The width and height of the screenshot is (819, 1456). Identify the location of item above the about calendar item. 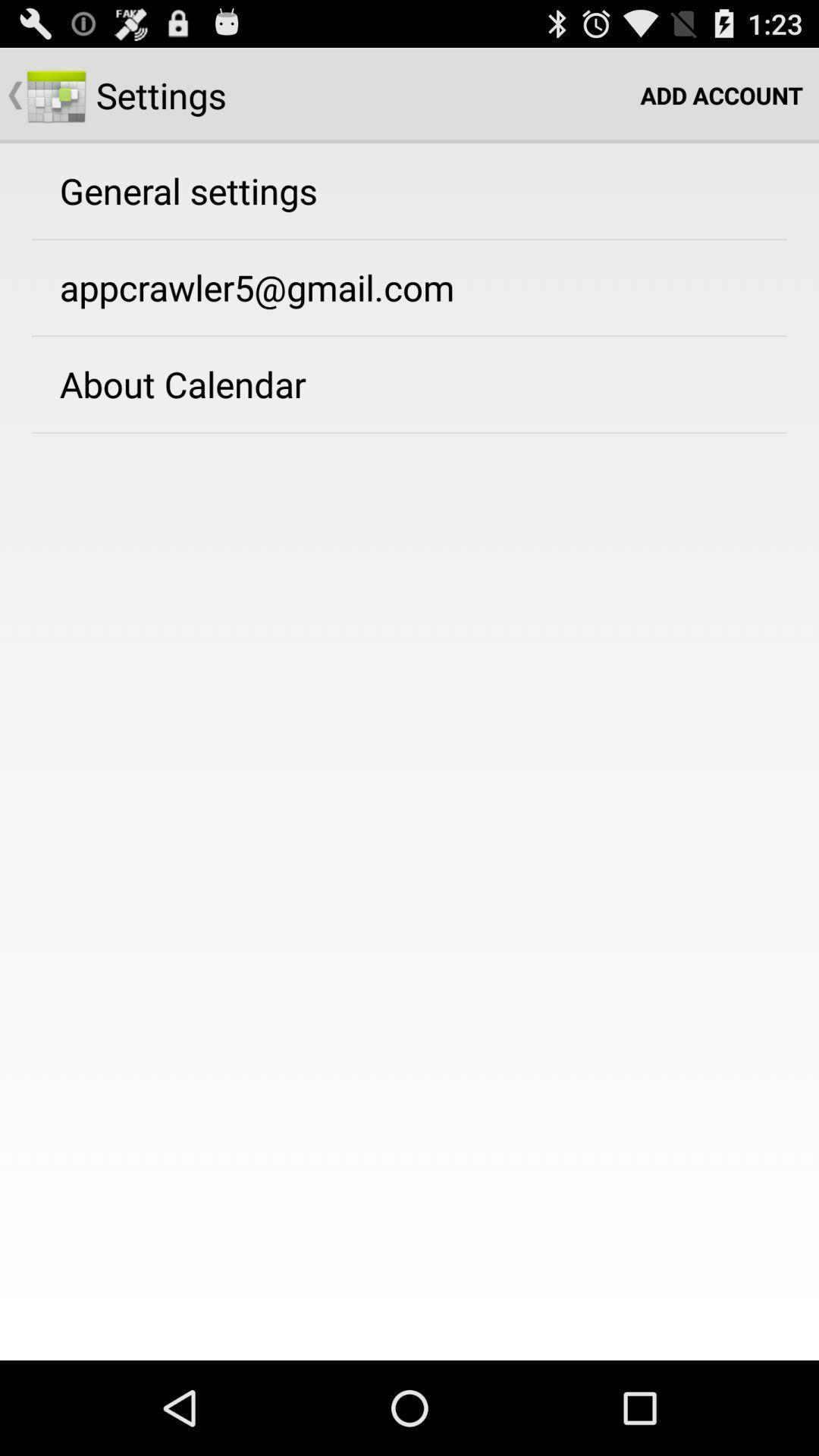
(256, 287).